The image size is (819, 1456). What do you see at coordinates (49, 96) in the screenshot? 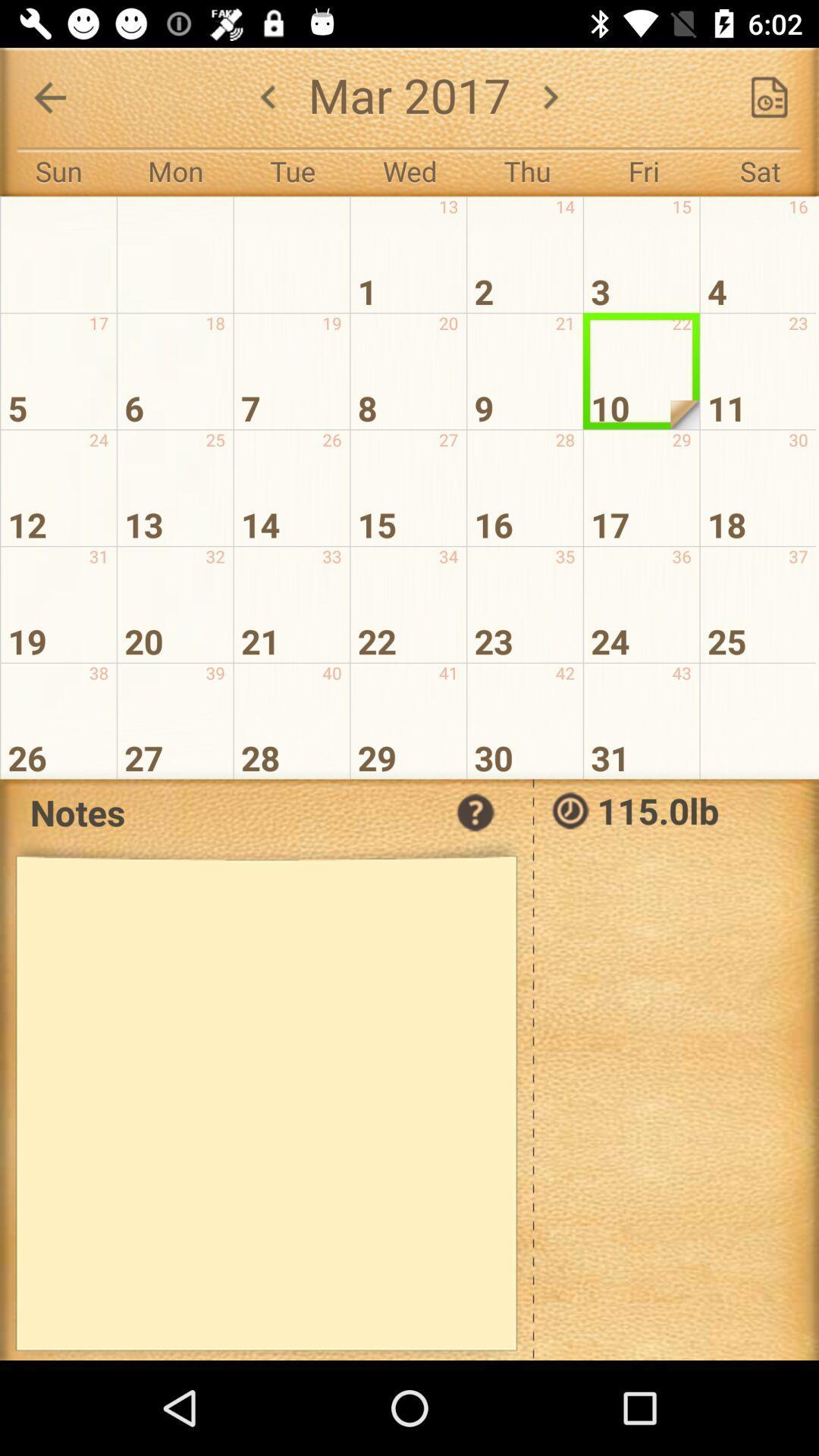
I see `the arrow_backward icon` at bounding box center [49, 96].